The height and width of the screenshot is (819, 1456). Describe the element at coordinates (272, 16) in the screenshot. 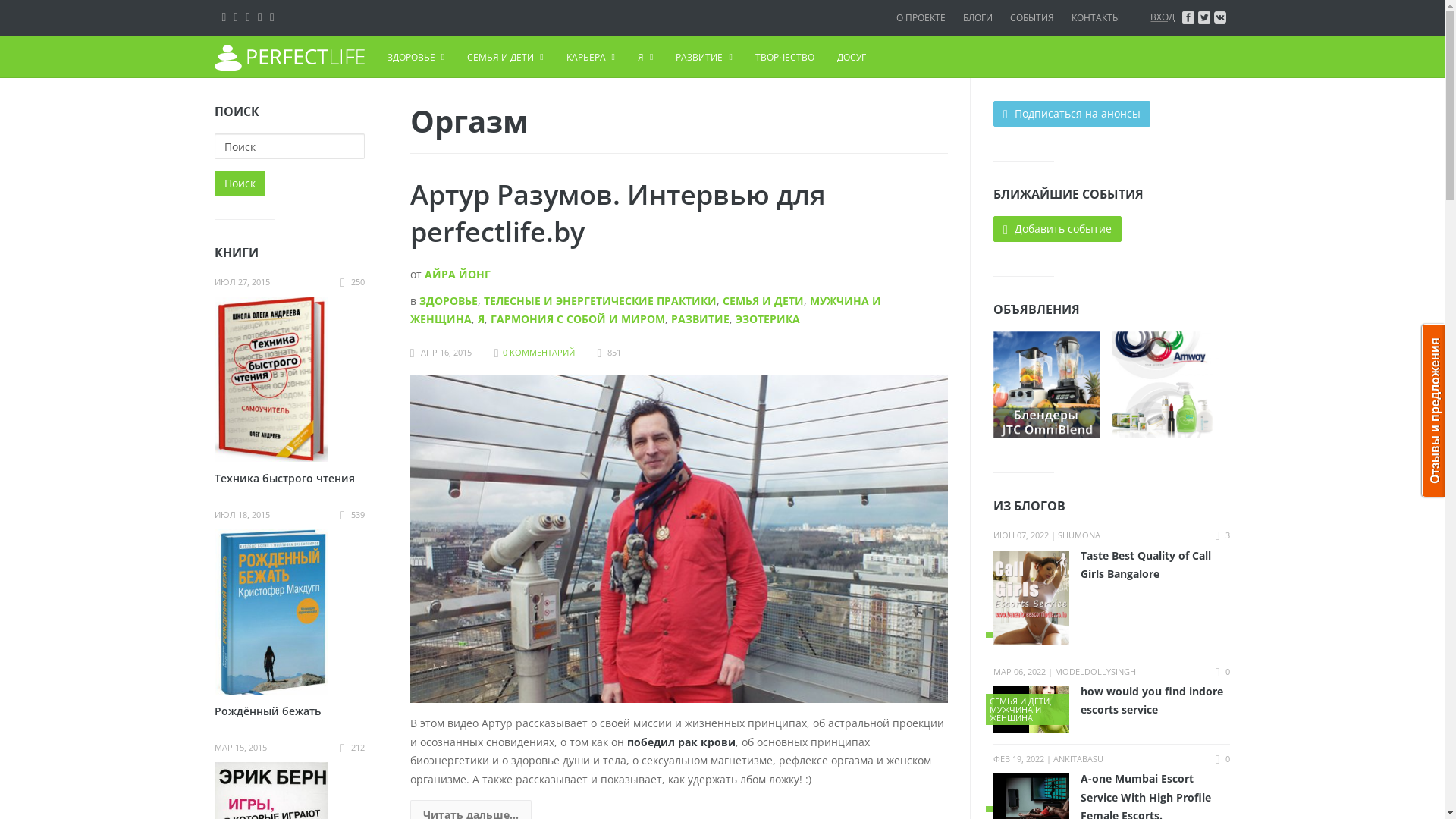

I see `'Youtube'` at that location.